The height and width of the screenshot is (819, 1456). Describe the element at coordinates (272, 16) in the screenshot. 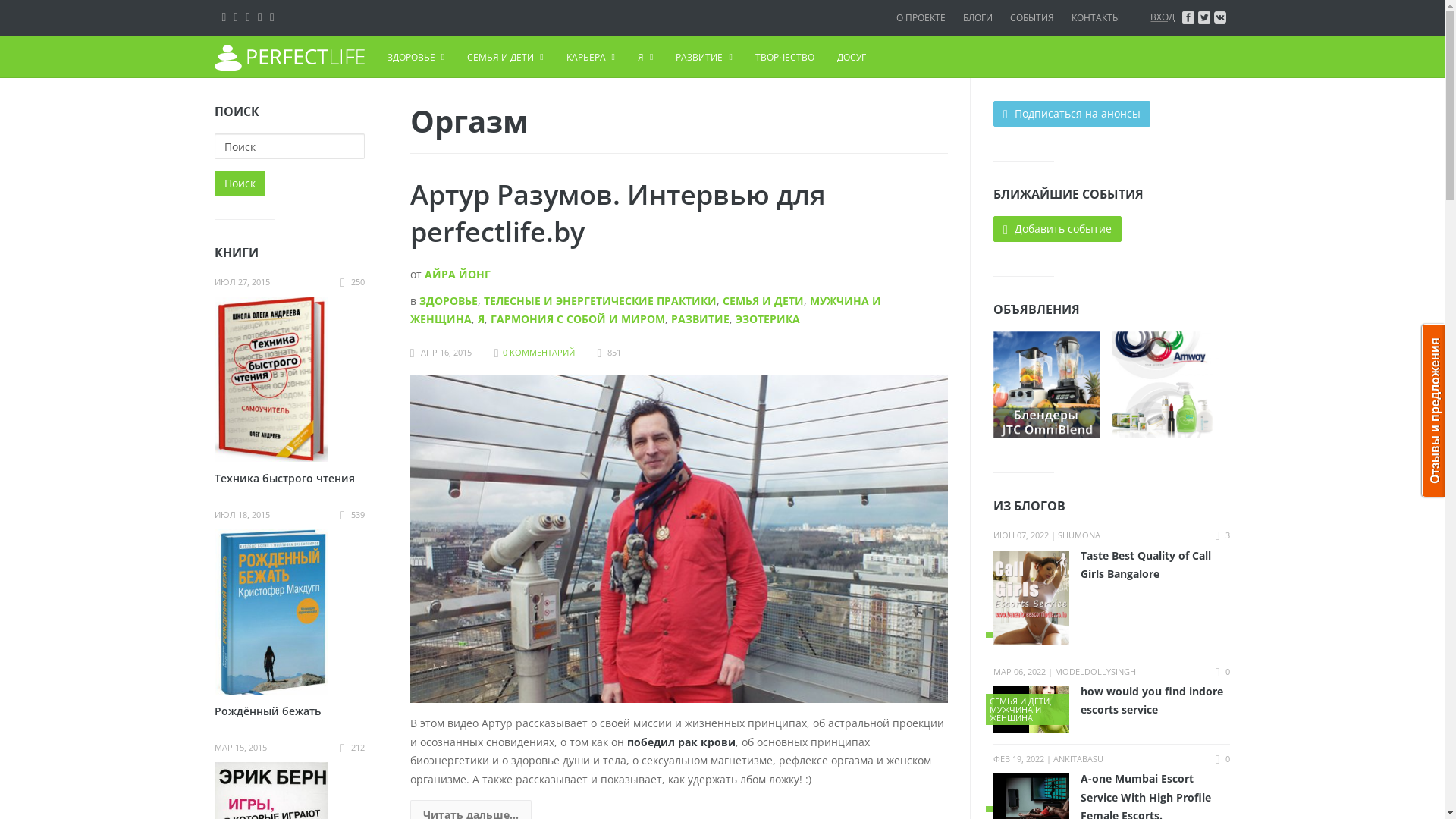

I see `'Youtube'` at that location.